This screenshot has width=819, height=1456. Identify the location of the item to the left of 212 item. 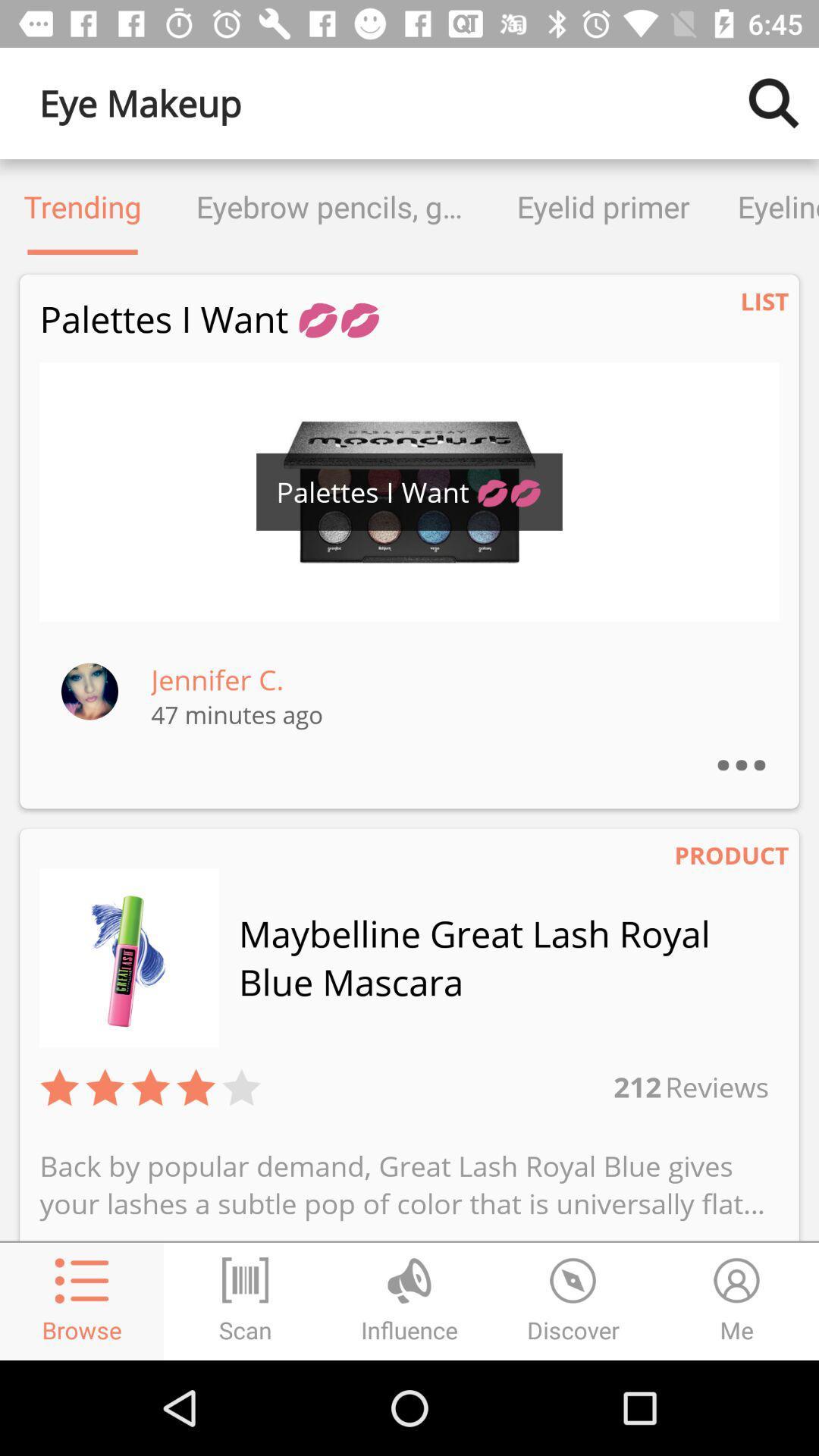
(240, 1087).